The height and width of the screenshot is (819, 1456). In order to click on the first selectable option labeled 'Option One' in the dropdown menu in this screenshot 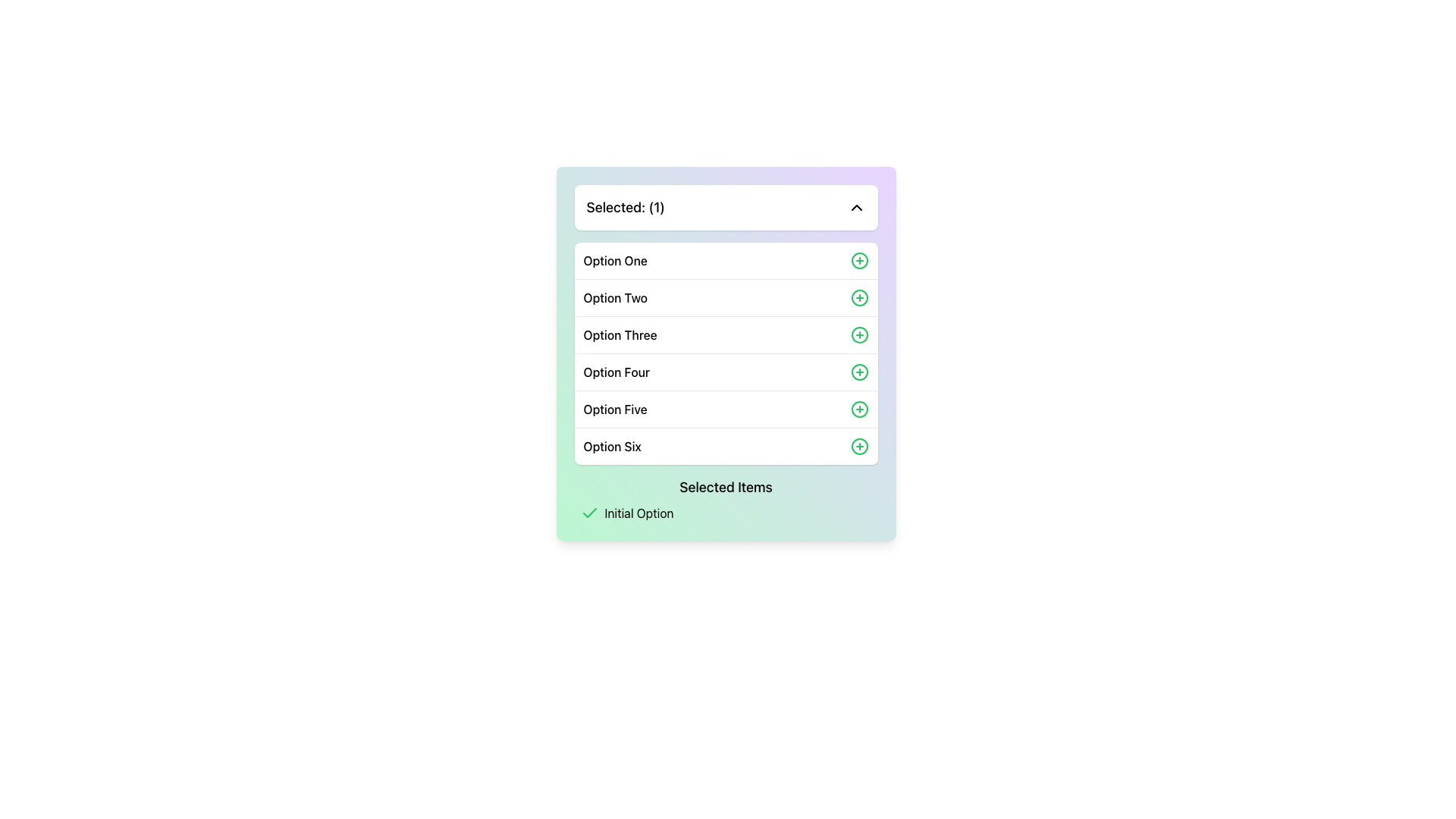, I will do `click(725, 259)`.